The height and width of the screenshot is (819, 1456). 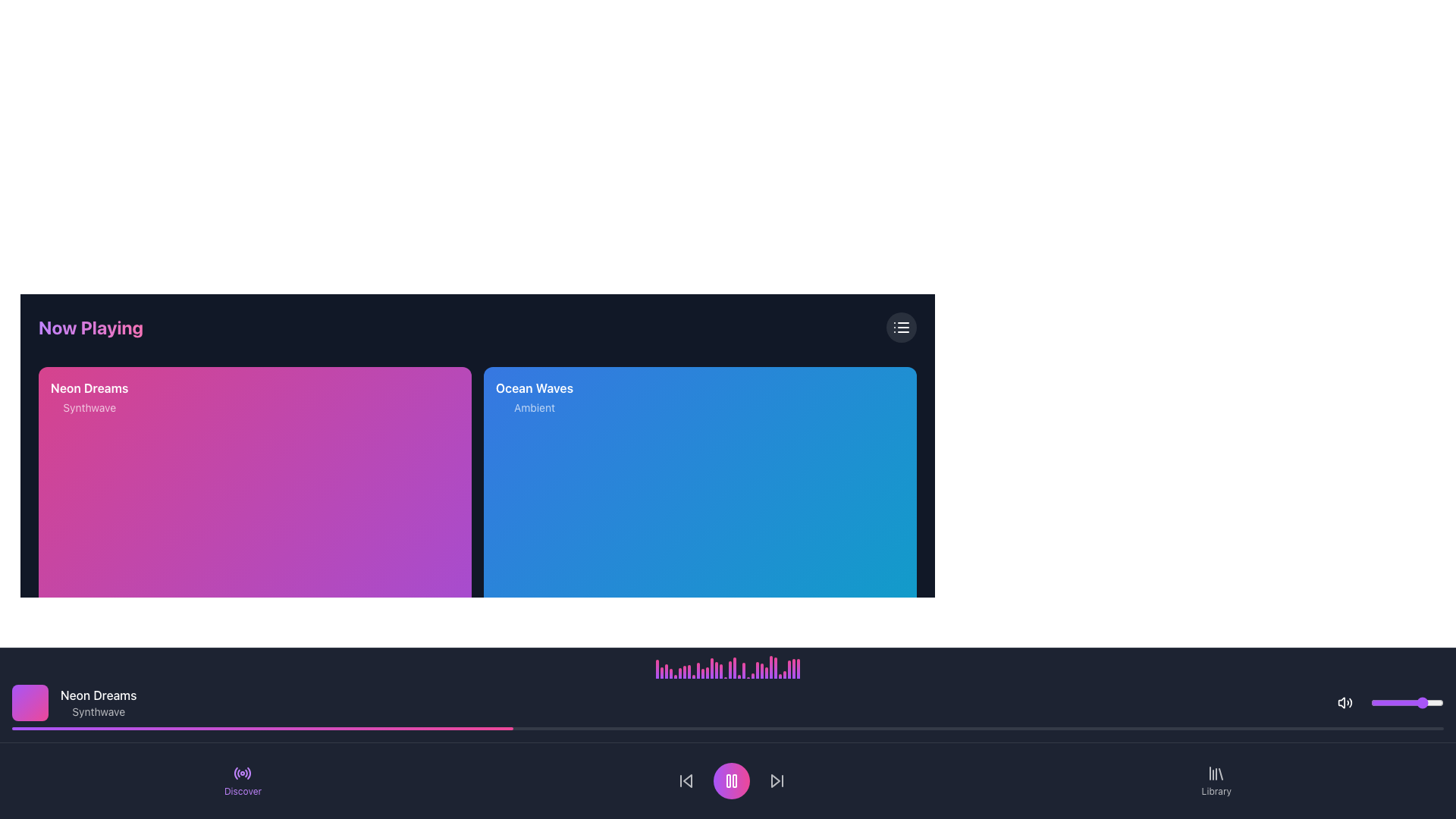 What do you see at coordinates (535, 388) in the screenshot?
I see `the 'Ocean Waves' text label, which is bold and located at the top of a blue card in the 'Now Playing' section` at bounding box center [535, 388].